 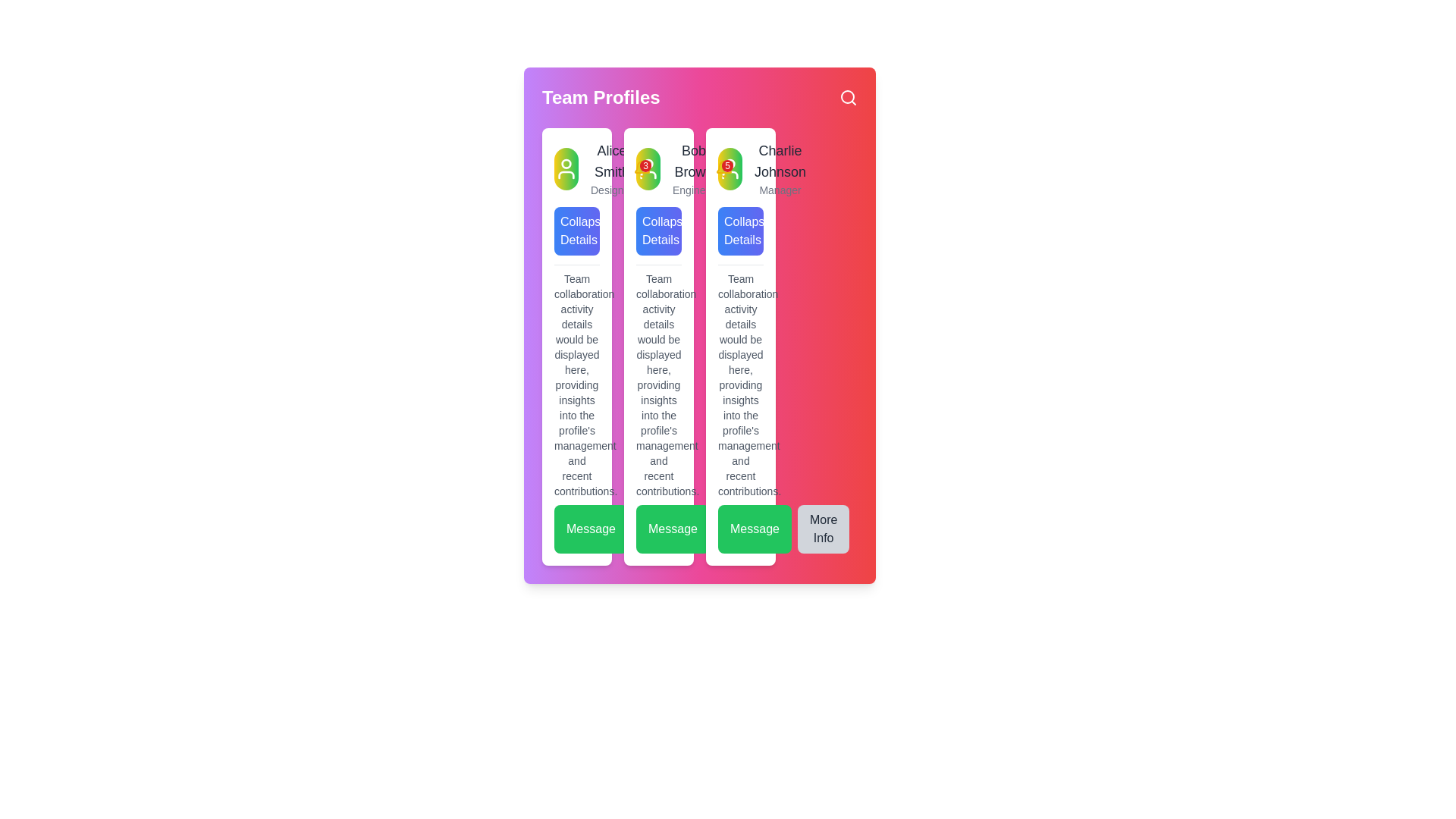 I want to click on the 'Message' button, which has a vibrant green background and white text, to observe the hover effect, so click(x=590, y=529).